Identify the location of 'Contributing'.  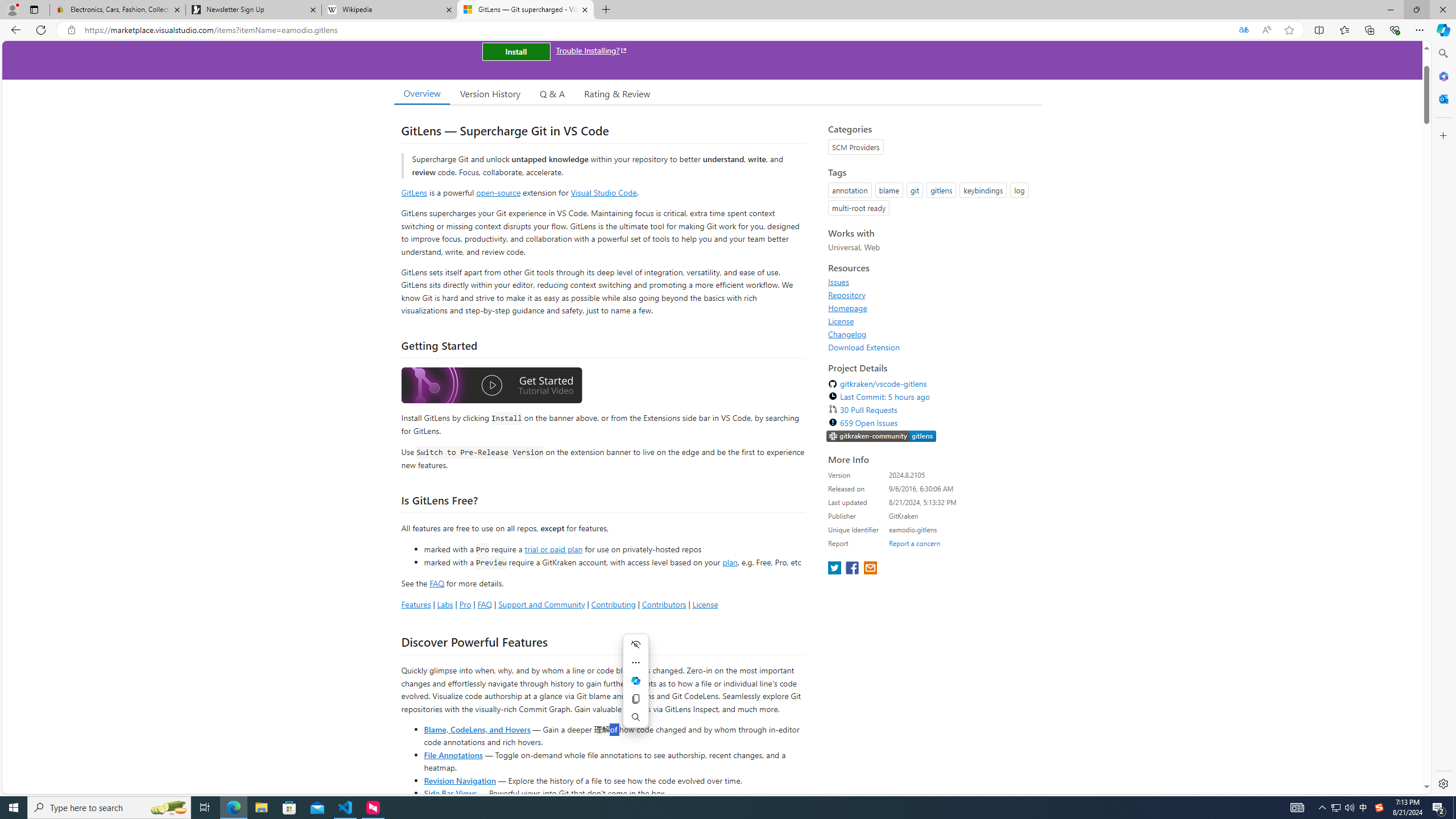
(614, 603).